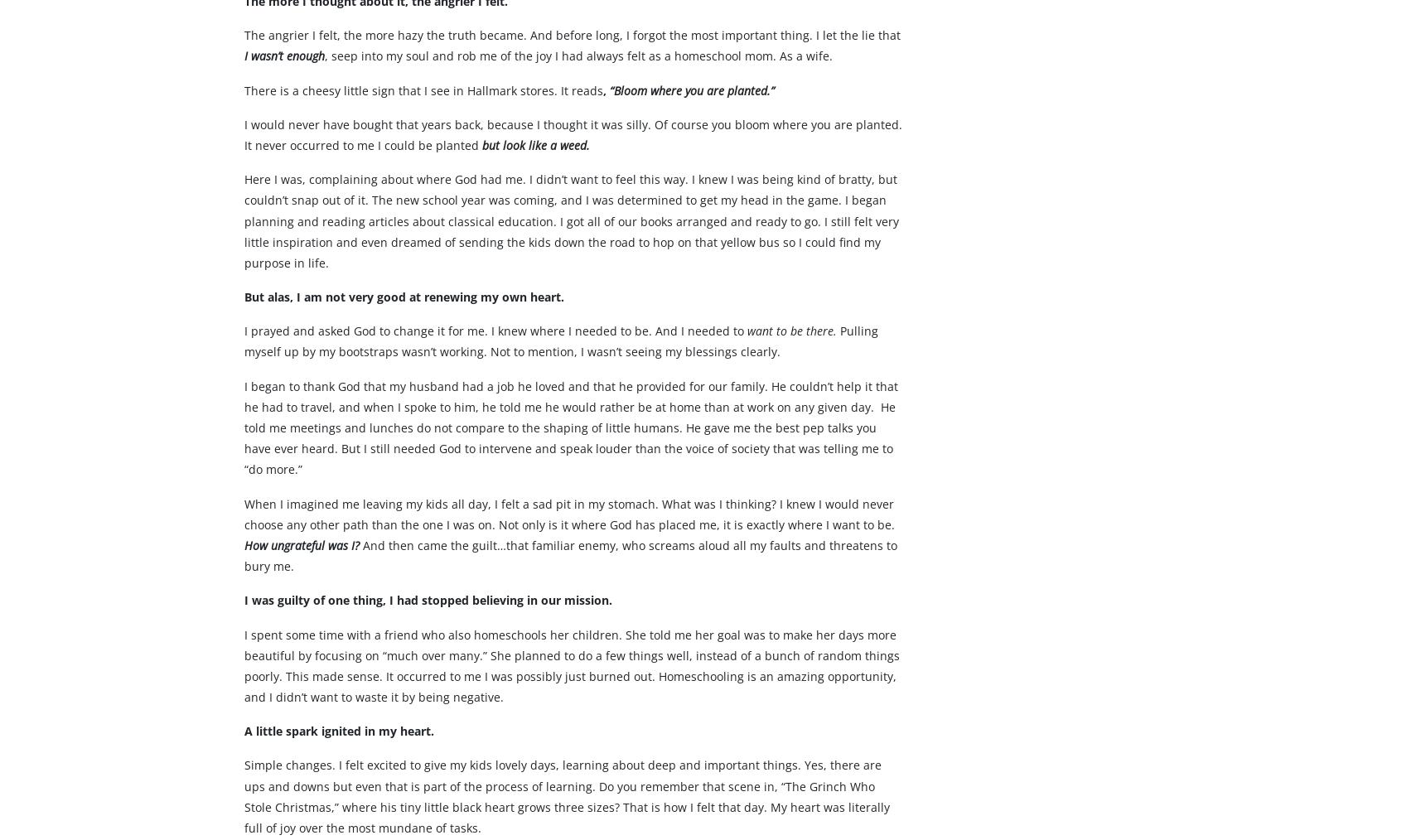 The image size is (1421, 840). What do you see at coordinates (243, 122) in the screenshot?
I see `'There is a cheesy little sign that I see in Hallmark stores. It reads'` at bounding box center [243, 122].